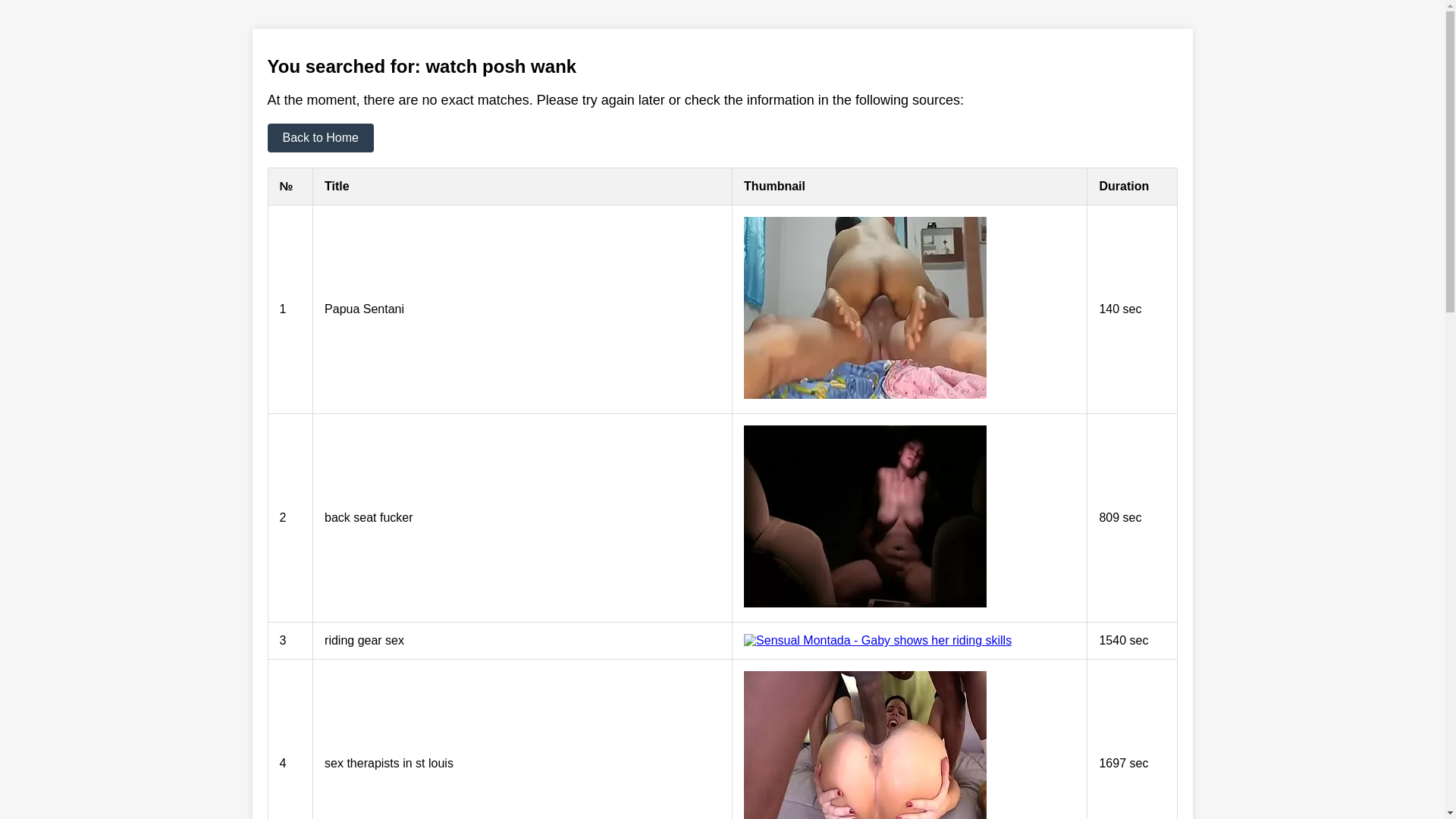 This screenshot has height=819, width=1456. I want to click on 'Back to Home', so click(319, 137).